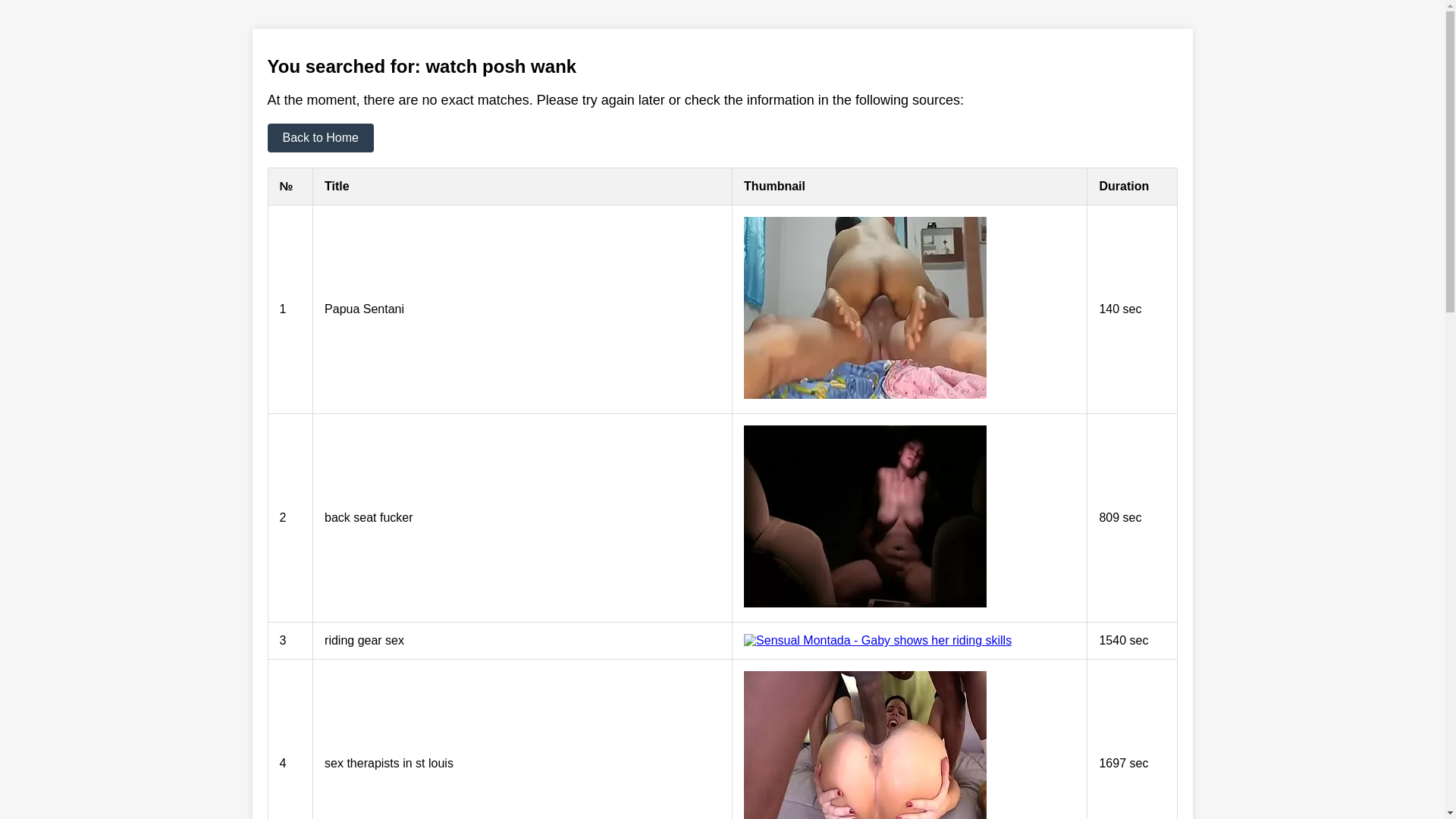 This screenshot has height=819, width=1456. I want to click on 'Back to Home', so click(319, 137).